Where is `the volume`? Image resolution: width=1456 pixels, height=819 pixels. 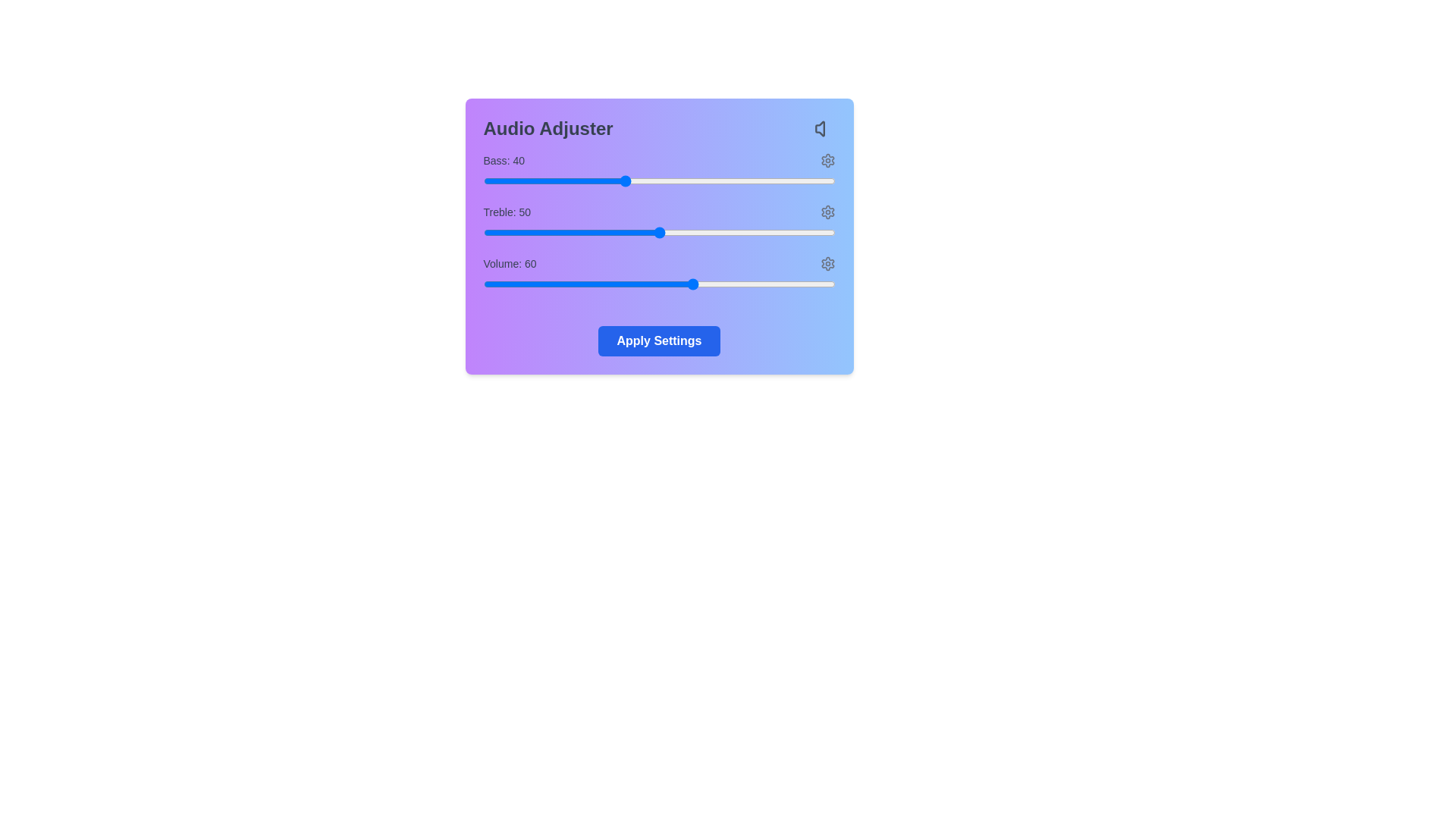
the volume is located at coordinates (779, 284).